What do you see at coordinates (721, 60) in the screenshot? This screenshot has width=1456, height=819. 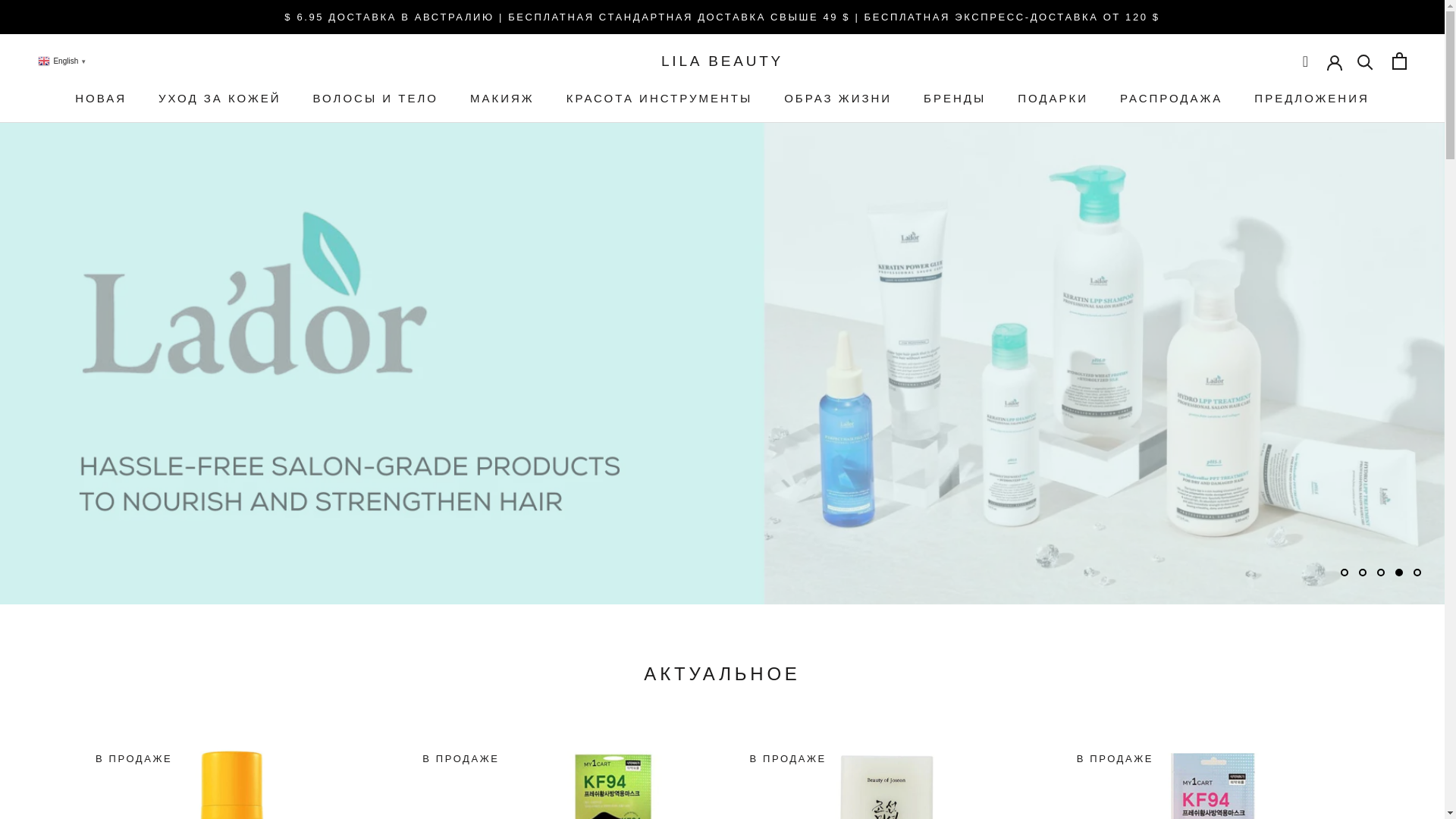 I see `'LILA BEAUTY'` at bounding box center [721, 60].